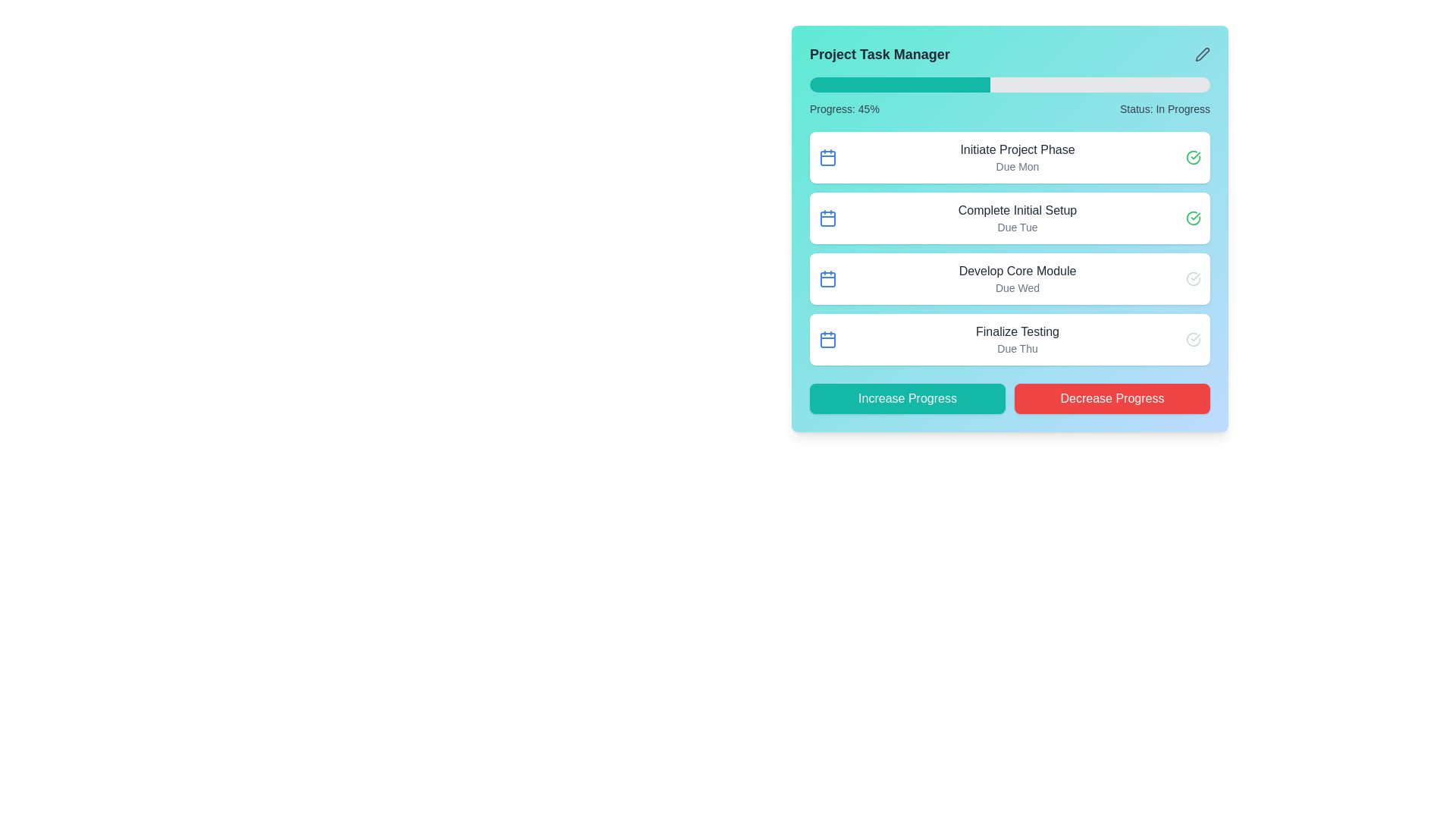 Image resolution: width=1456 pixels, height=819 pixels. What do you see at coordinates (827, 158) in the screenshot?
I see `the calendar icon represented by a rounded rectangular SVG element, which is located to the left of the text 'Initiate Project Phase' in the task management interface` at bounding box center [827, 158].